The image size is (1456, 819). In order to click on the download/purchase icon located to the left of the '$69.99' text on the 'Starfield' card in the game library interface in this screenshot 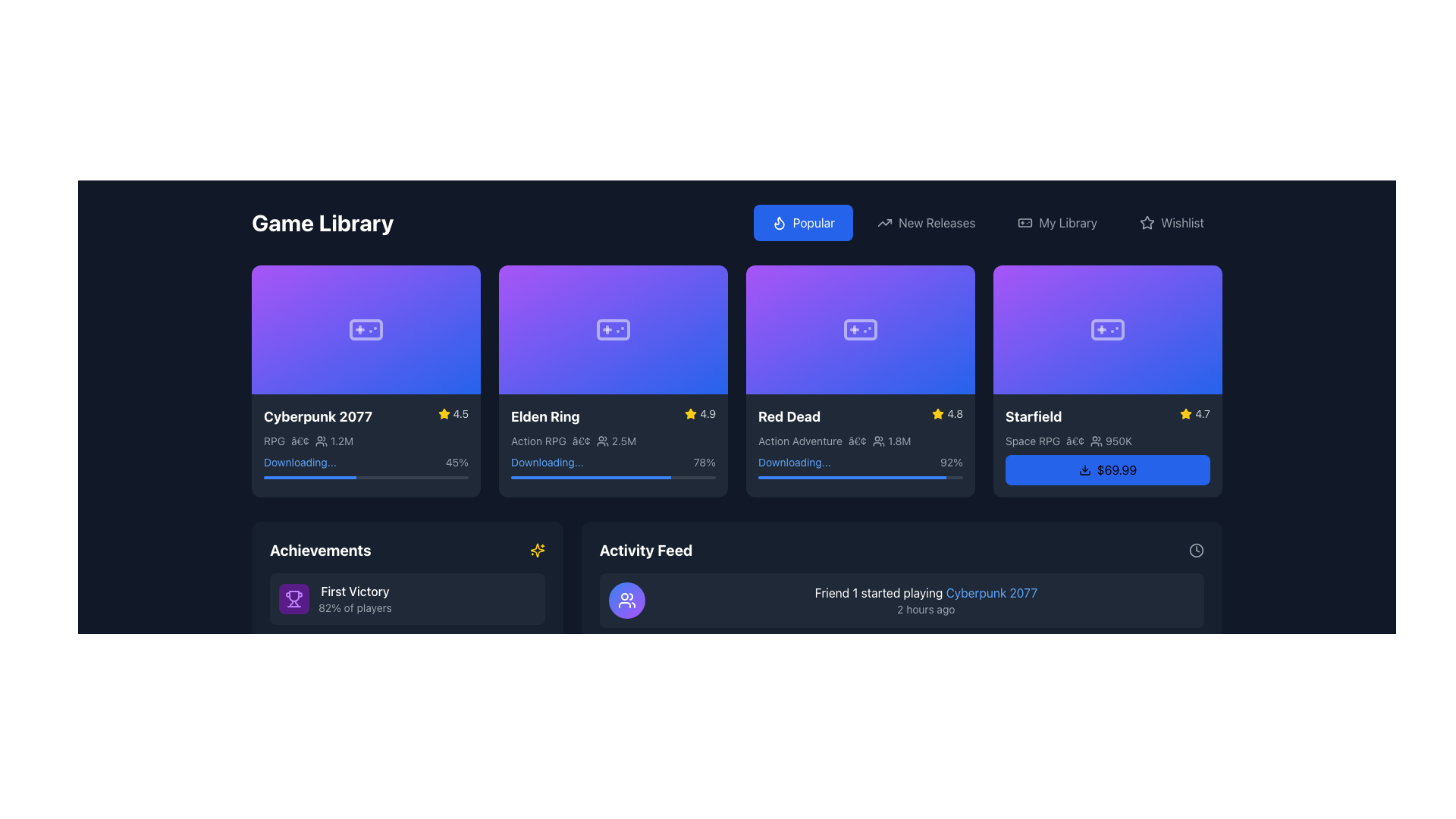, I will do `click(1084, 469)`.